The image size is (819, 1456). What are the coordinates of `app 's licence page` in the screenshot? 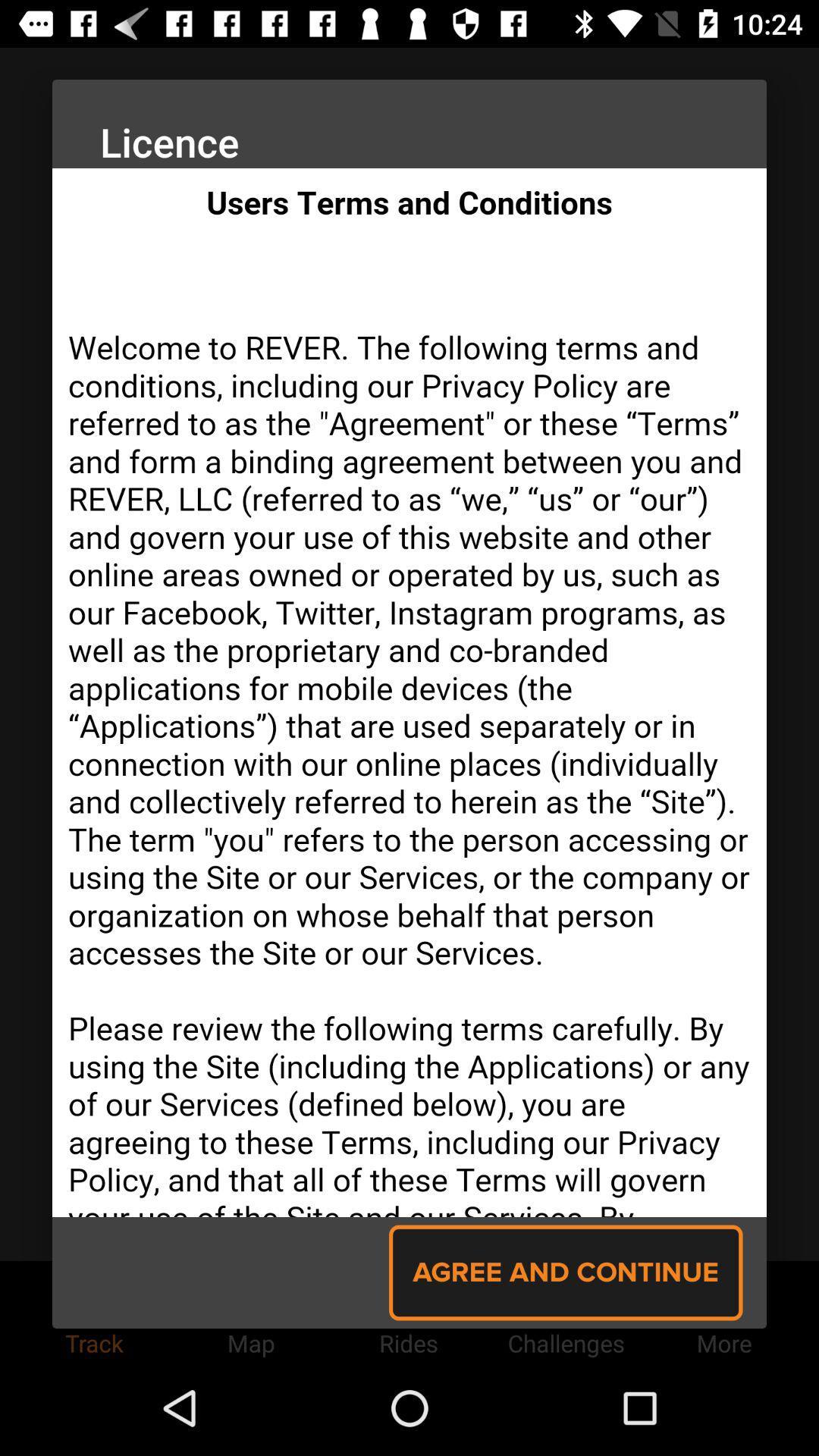 It's located at (409, 692).